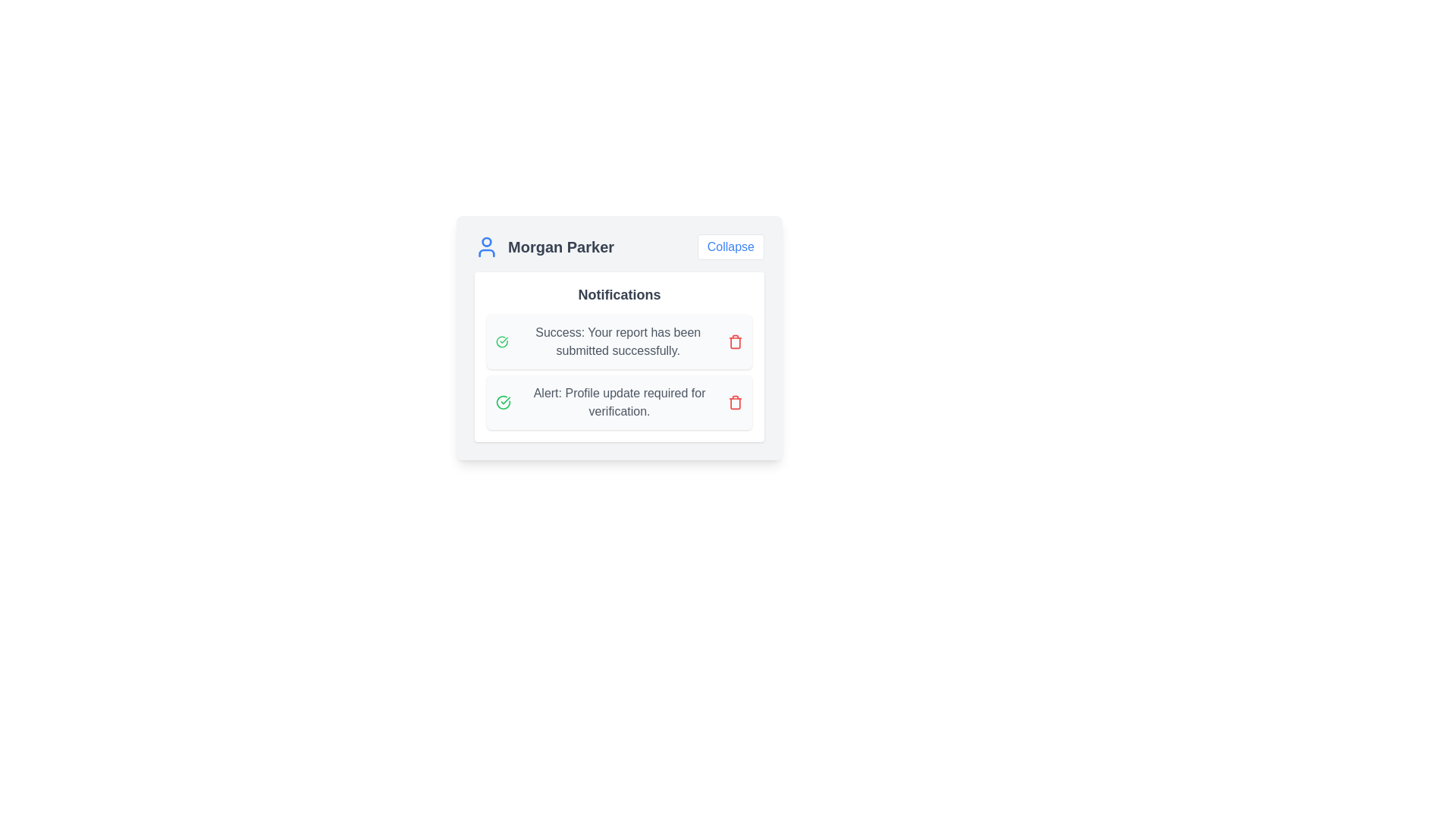 This screenshot has height=819, width=1456. What do you see at coordinates (735, 342) in the screenshot?
I see `the red trash can icon button located in the upper notification section` at bounding box center [735, 342].